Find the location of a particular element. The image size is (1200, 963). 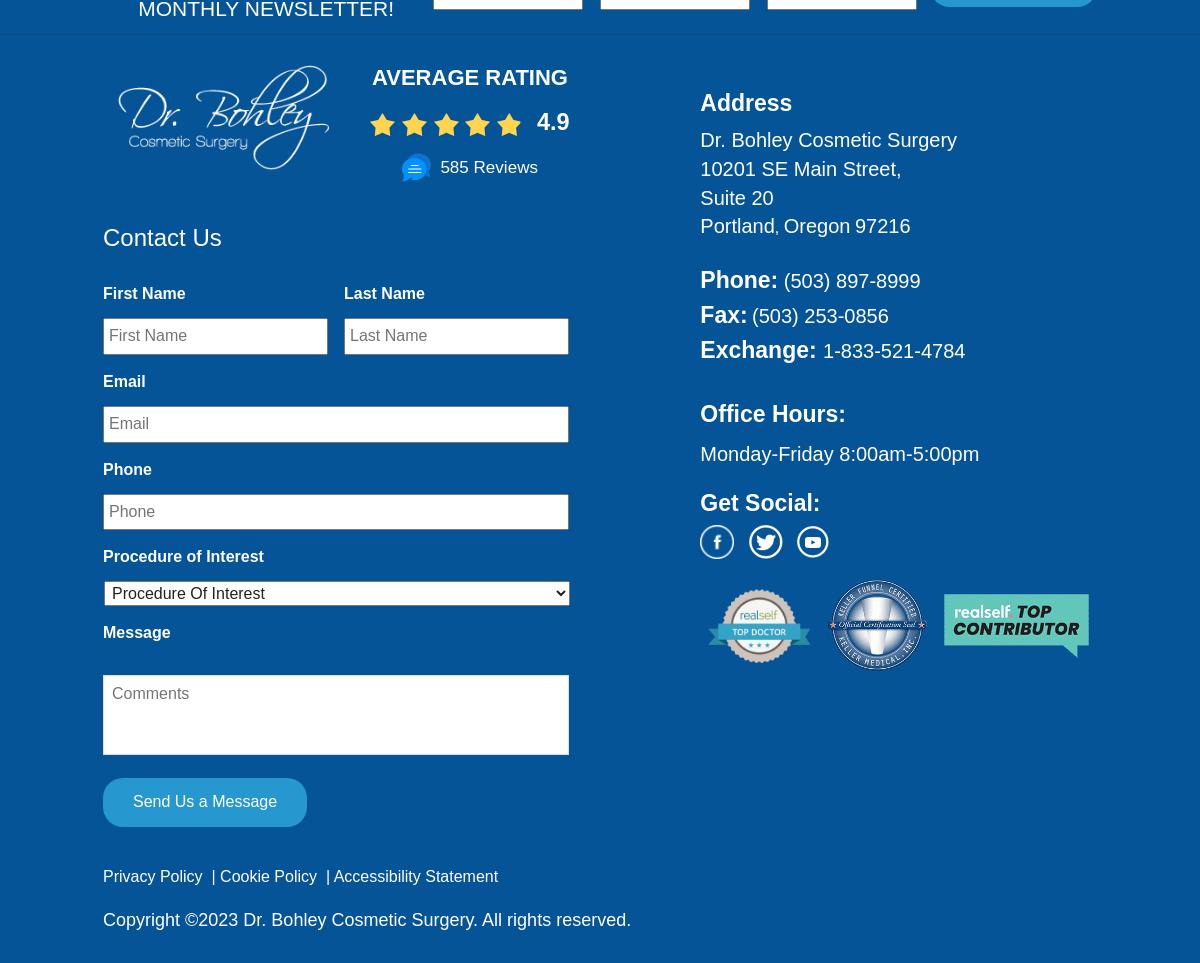

'Copyright ©' is located at coordinates (150, 918).